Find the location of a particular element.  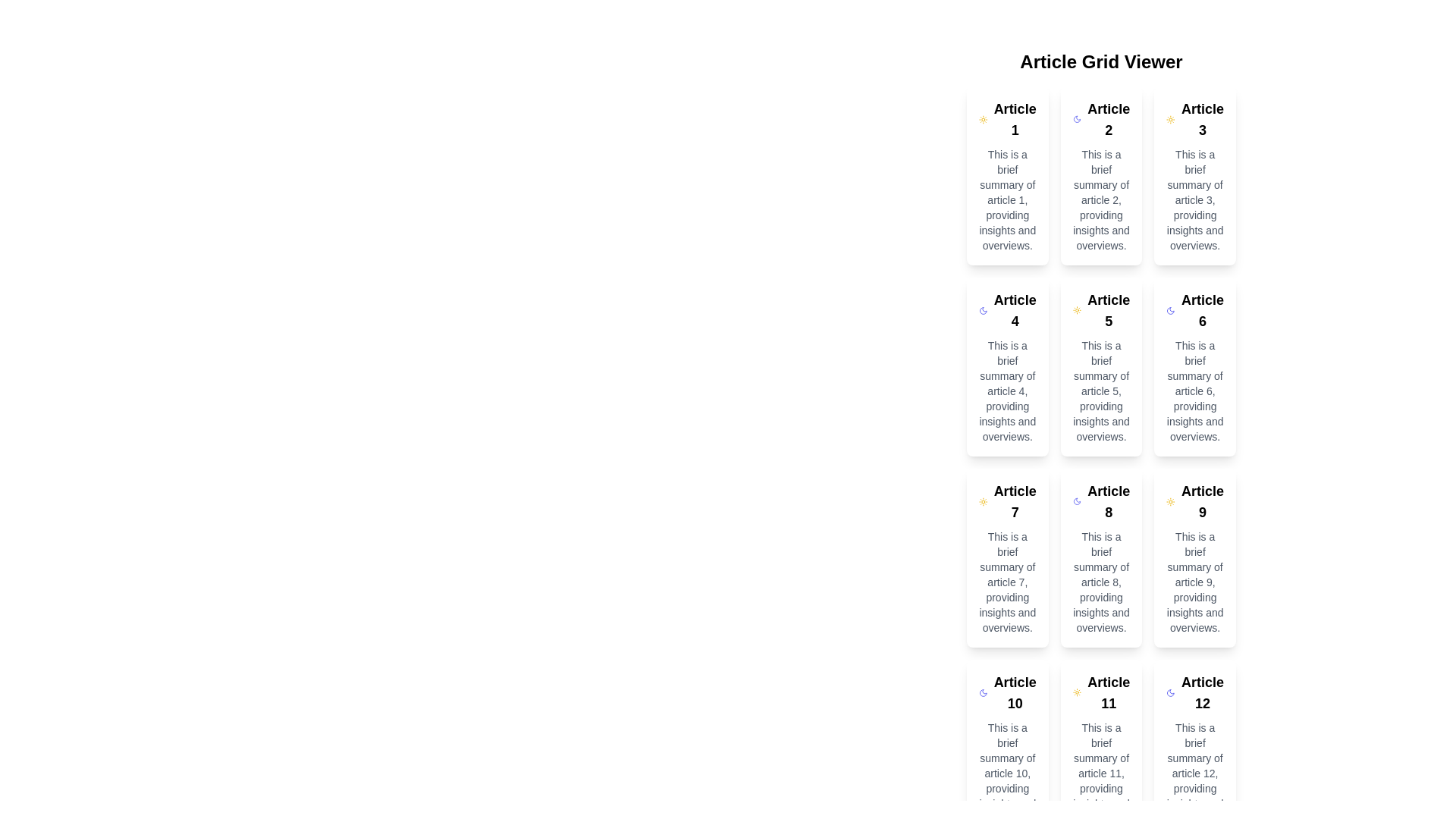

the Text label that serves as a title for the card describing 'Article 12', located at the bottommost right card in a 3x4 grid layout is located at coordinates (1201, 693).